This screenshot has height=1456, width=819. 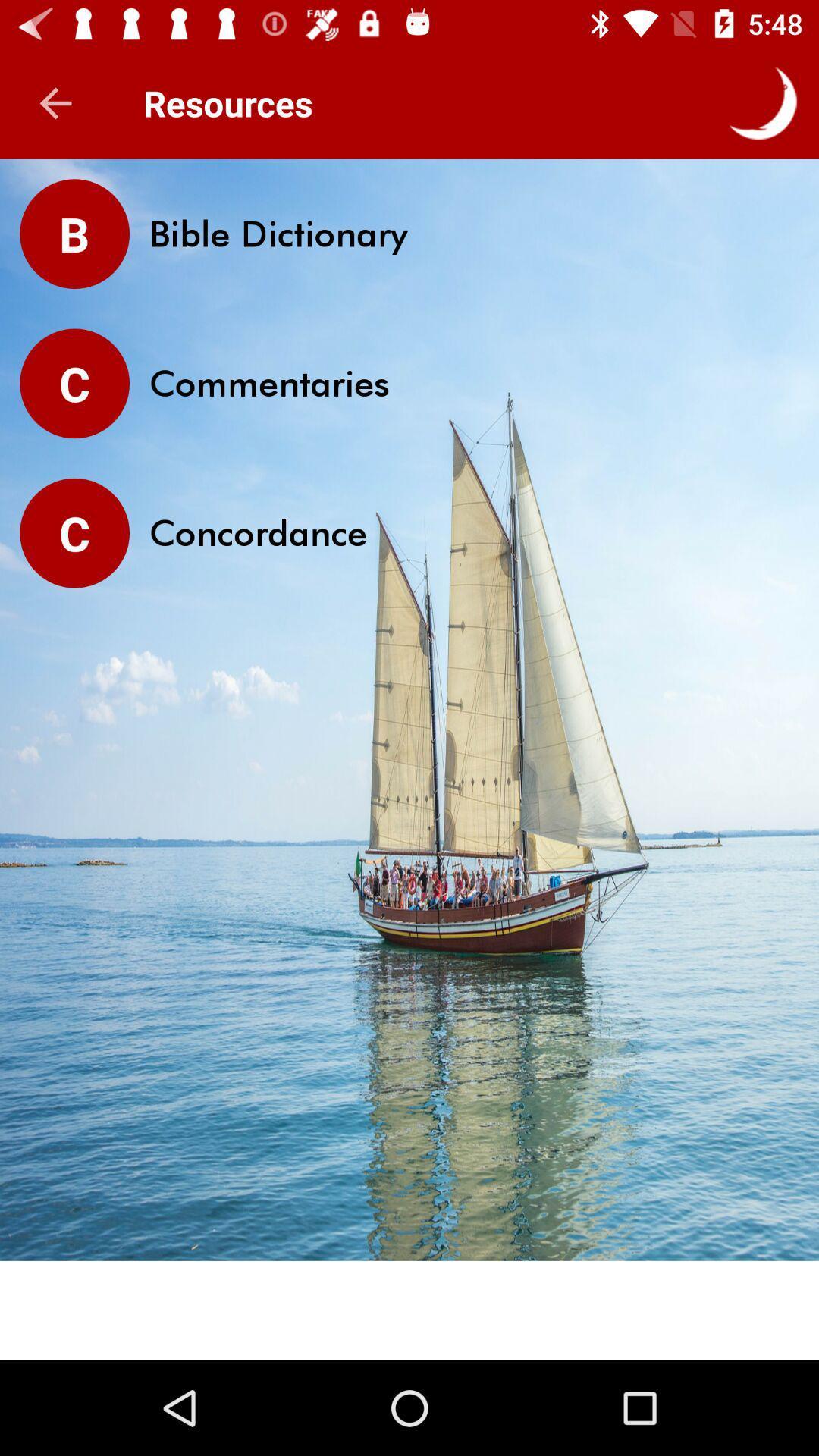 I want to click on previous, so click(x=55, y=102).